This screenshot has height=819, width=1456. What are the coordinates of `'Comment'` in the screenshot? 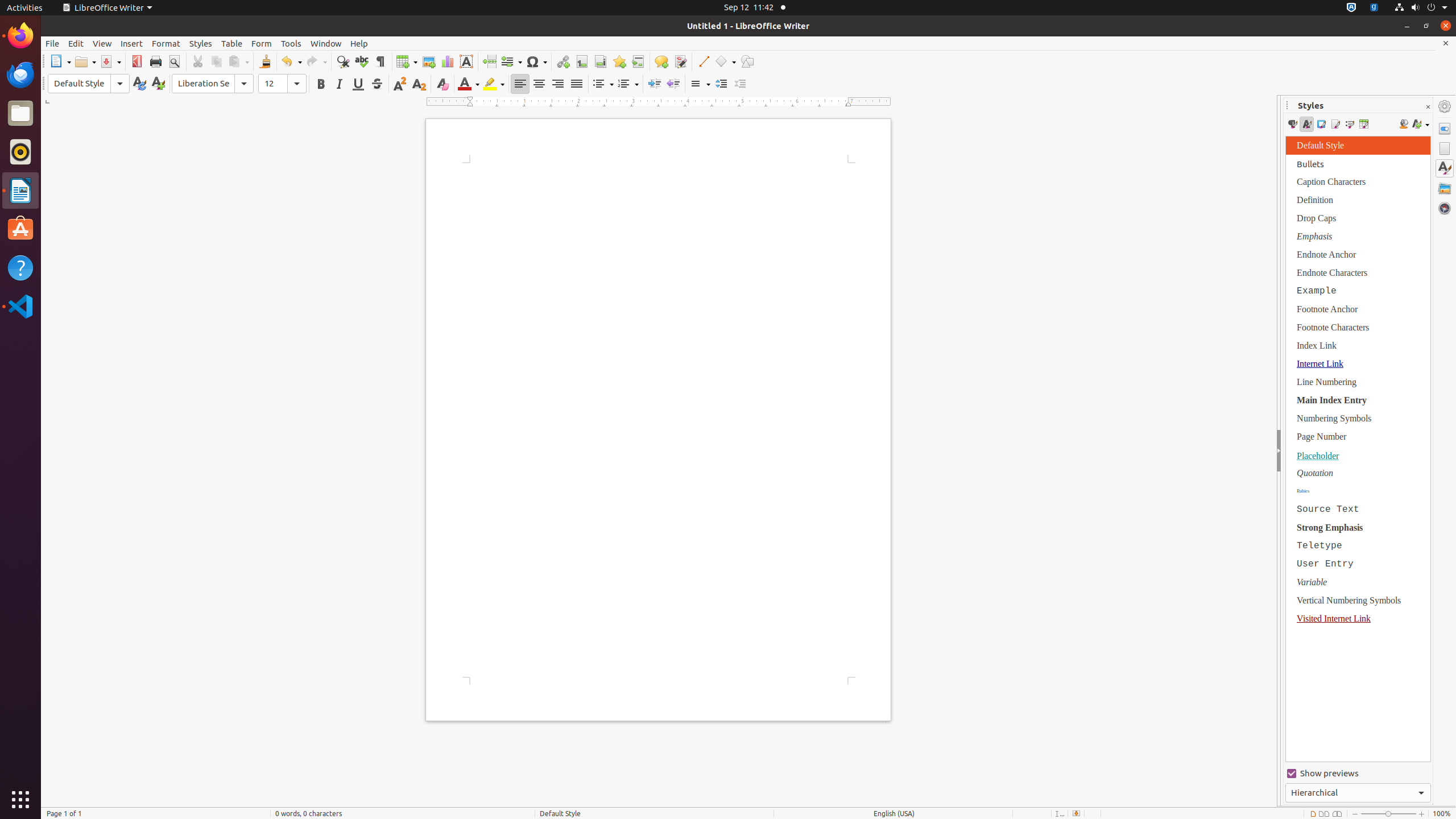 It's located at (660, 61).